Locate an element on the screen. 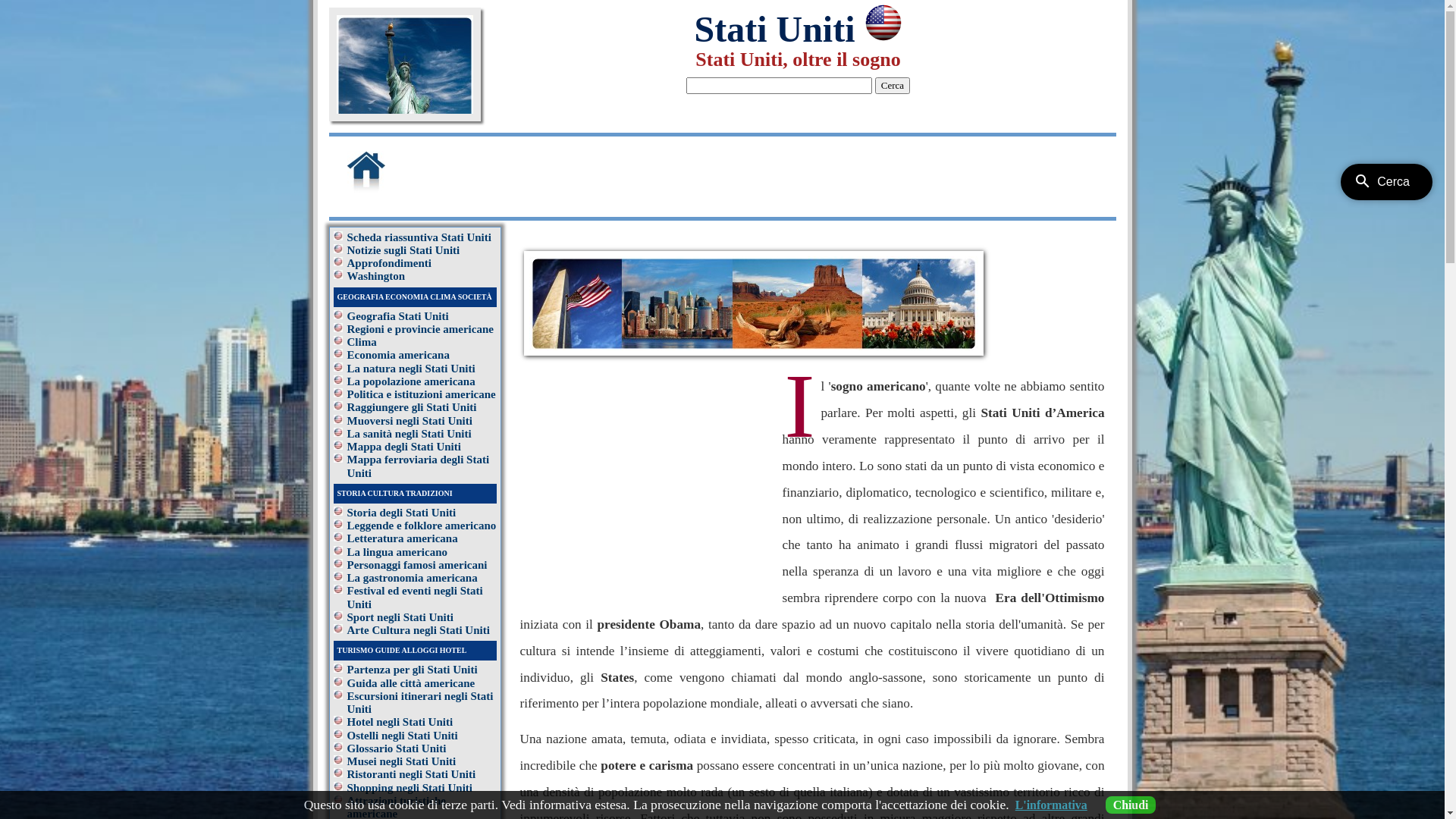 Image resolution: width=1456 pixels, height=819 pixels. 'Mappa ferroviaria degli Stati Uniti' is located at coordinates (419, 465).